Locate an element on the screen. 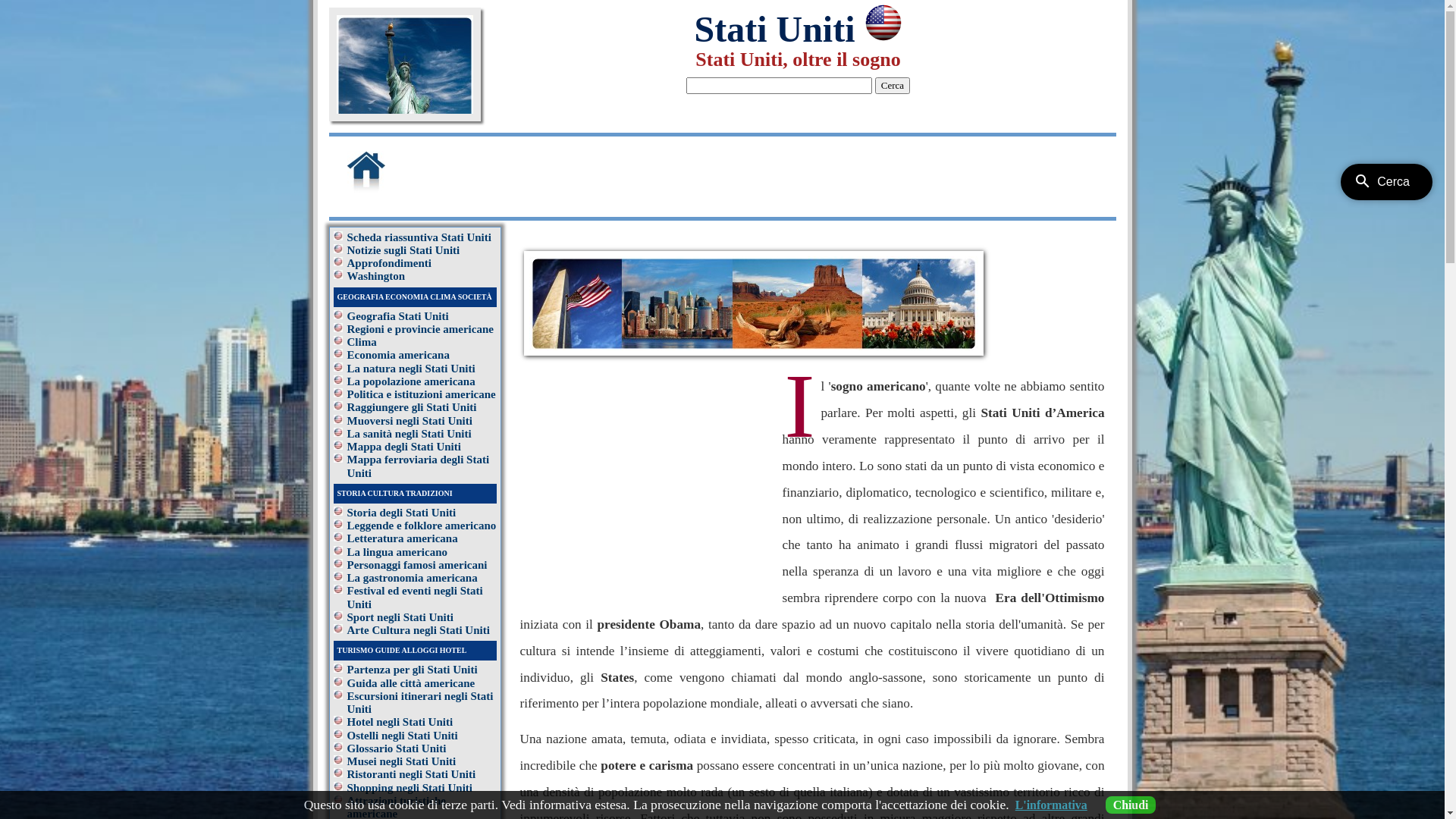 Image resolution: width=1456 pixels, height=819 pixels. 'Mappa ferroviaria degli Stati Uniti' is located at coordinates (419, 465).